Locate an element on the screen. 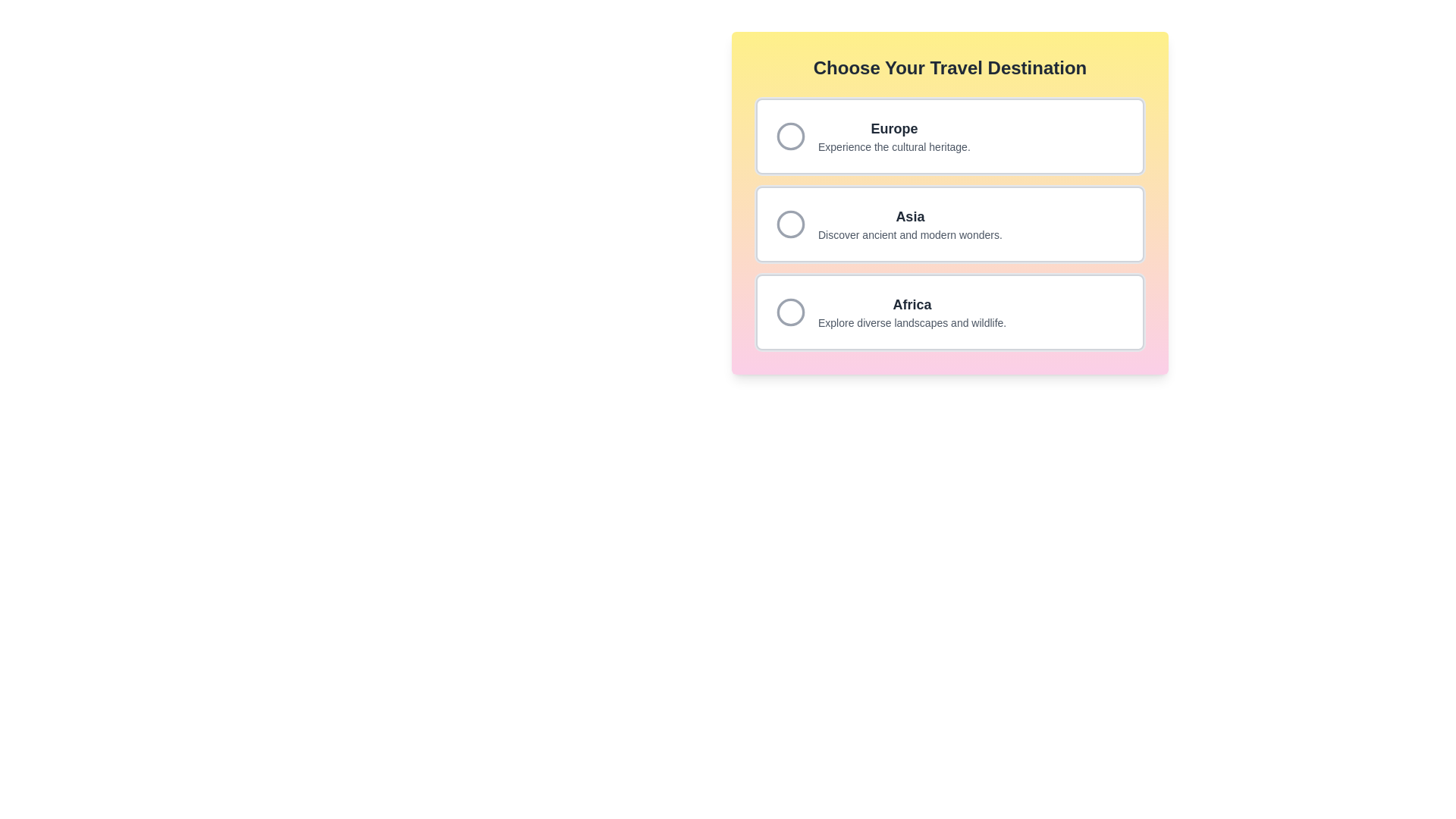 This screenshot has height=819, width=1456. the selection indicator circle for the 'Africa' travel destination option, which is the third circle in a vertical list of destinations, indicating the selection visually is located at coordinates (789, 312).